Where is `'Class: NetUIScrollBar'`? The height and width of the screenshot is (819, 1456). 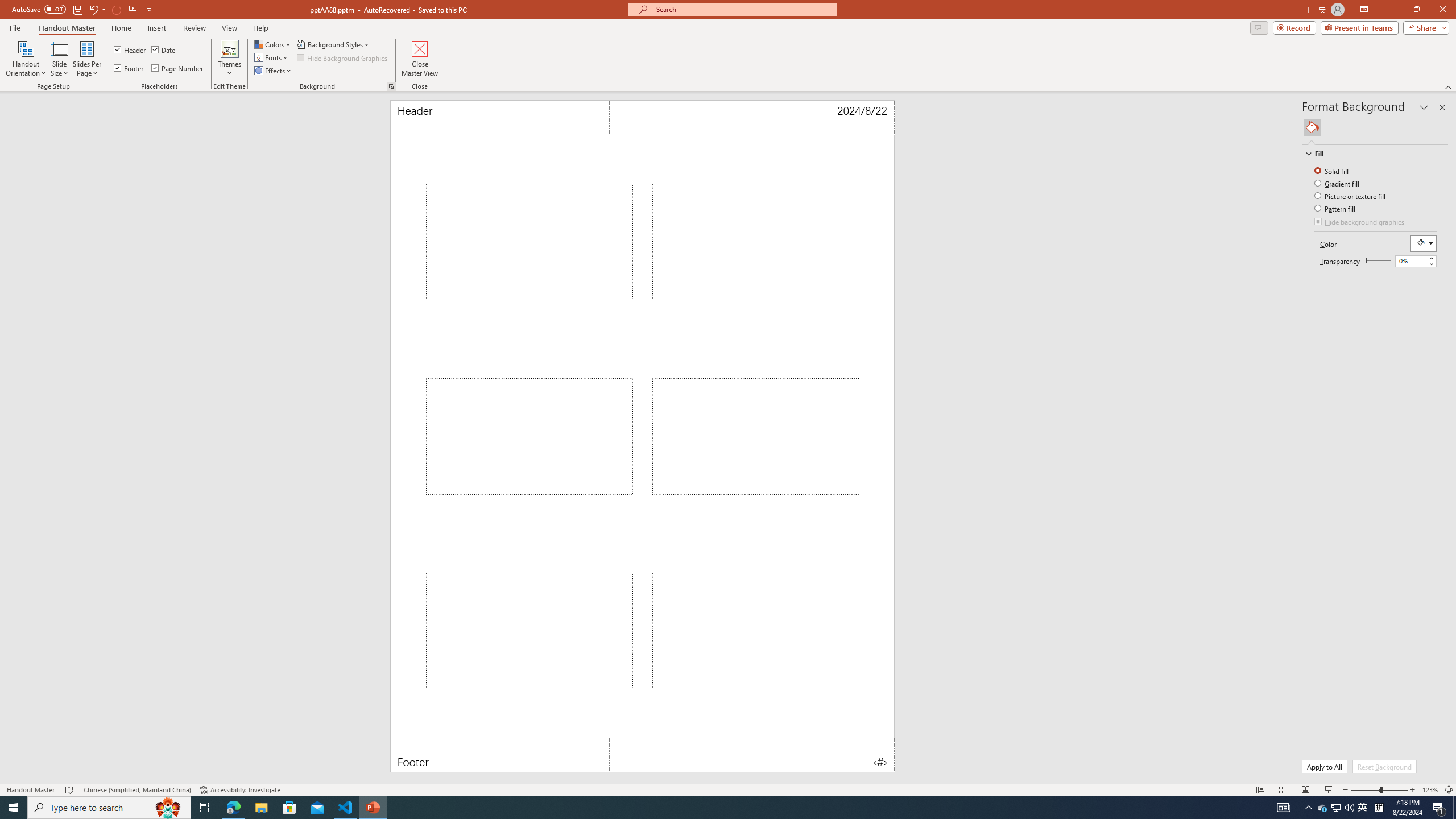
'Class: NetUIScrollBar' is located at coordinates (1443, 451).